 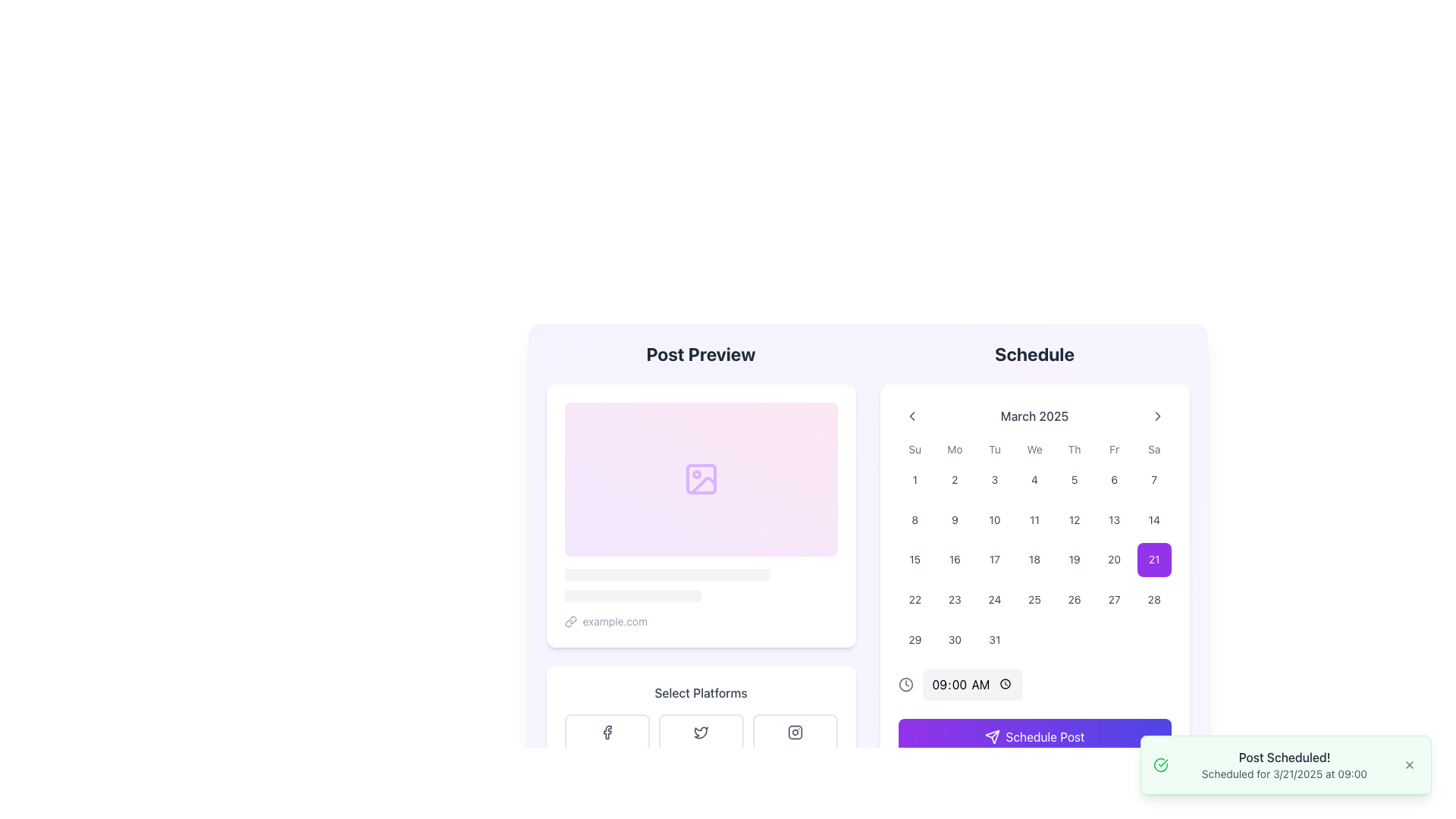 What do you see at coordinates (700, 731) in the screenshot?
I see `the interactive Twitter button located in the middle of the row under 'Select Platforms'` at bounding box center [700, 731].